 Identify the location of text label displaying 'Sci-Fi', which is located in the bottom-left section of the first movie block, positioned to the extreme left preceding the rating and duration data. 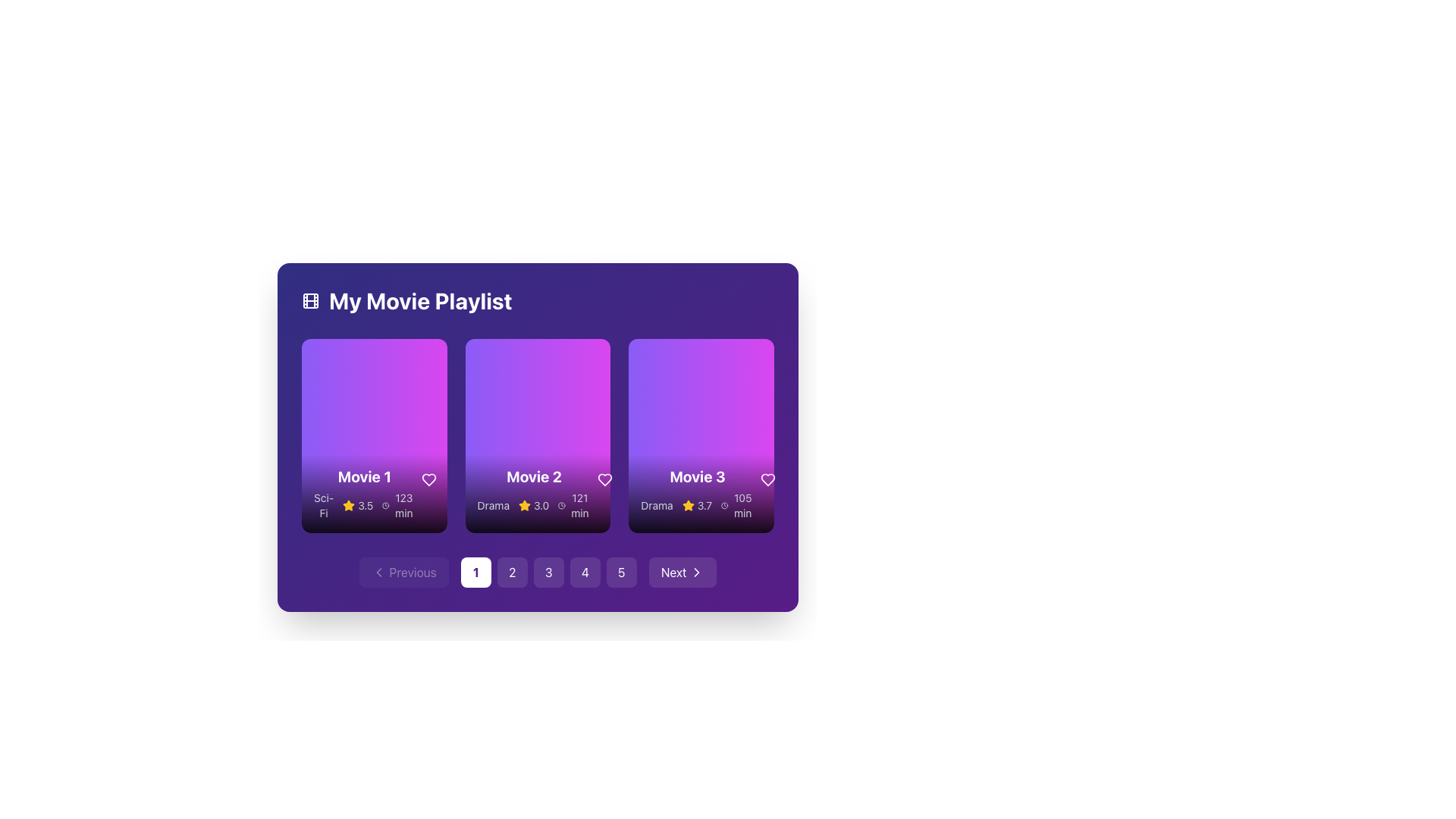
(323, 506).